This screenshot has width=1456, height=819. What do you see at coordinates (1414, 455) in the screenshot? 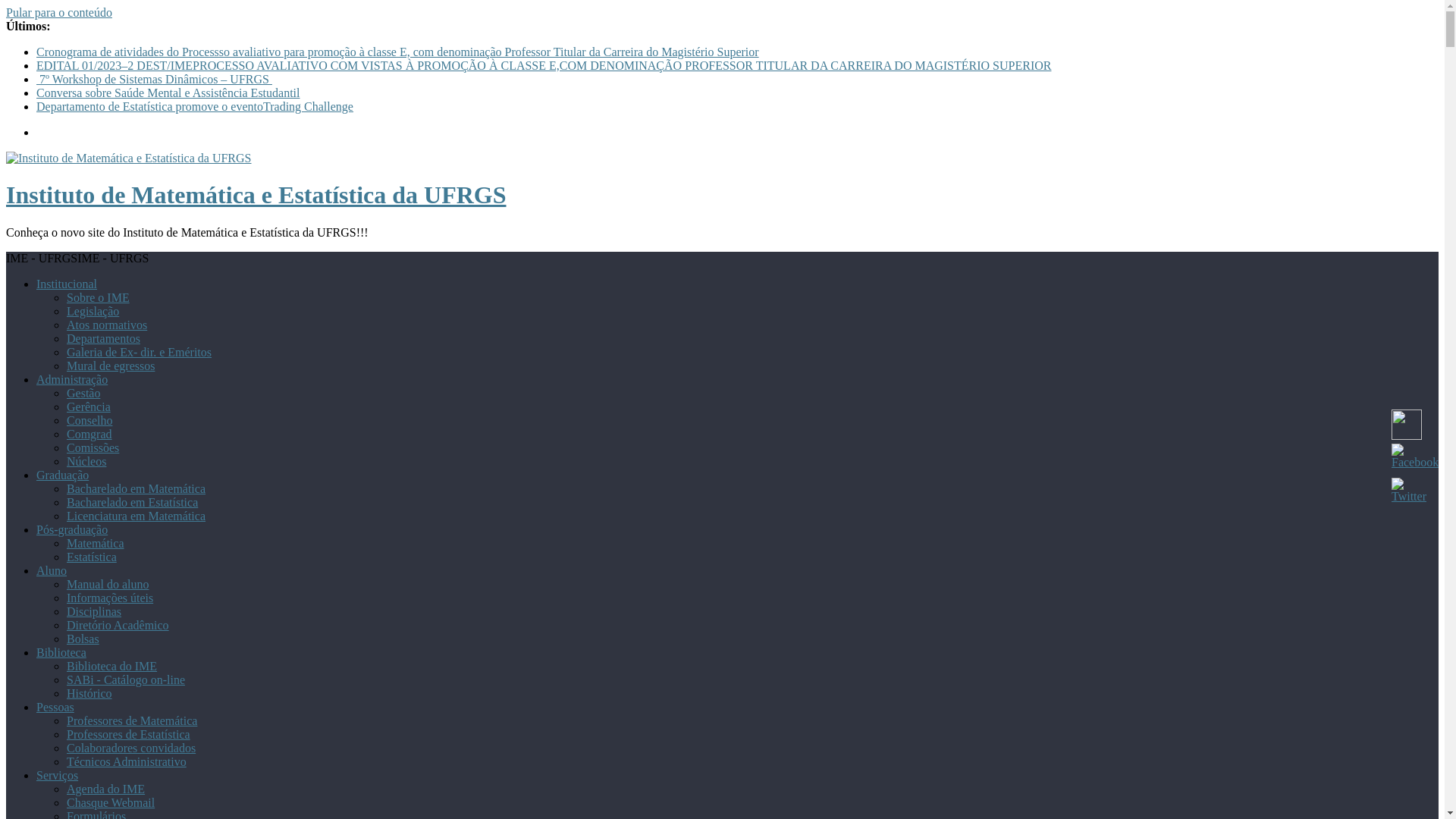
I see `'Facebook'` at bounding box center [1414, 455].